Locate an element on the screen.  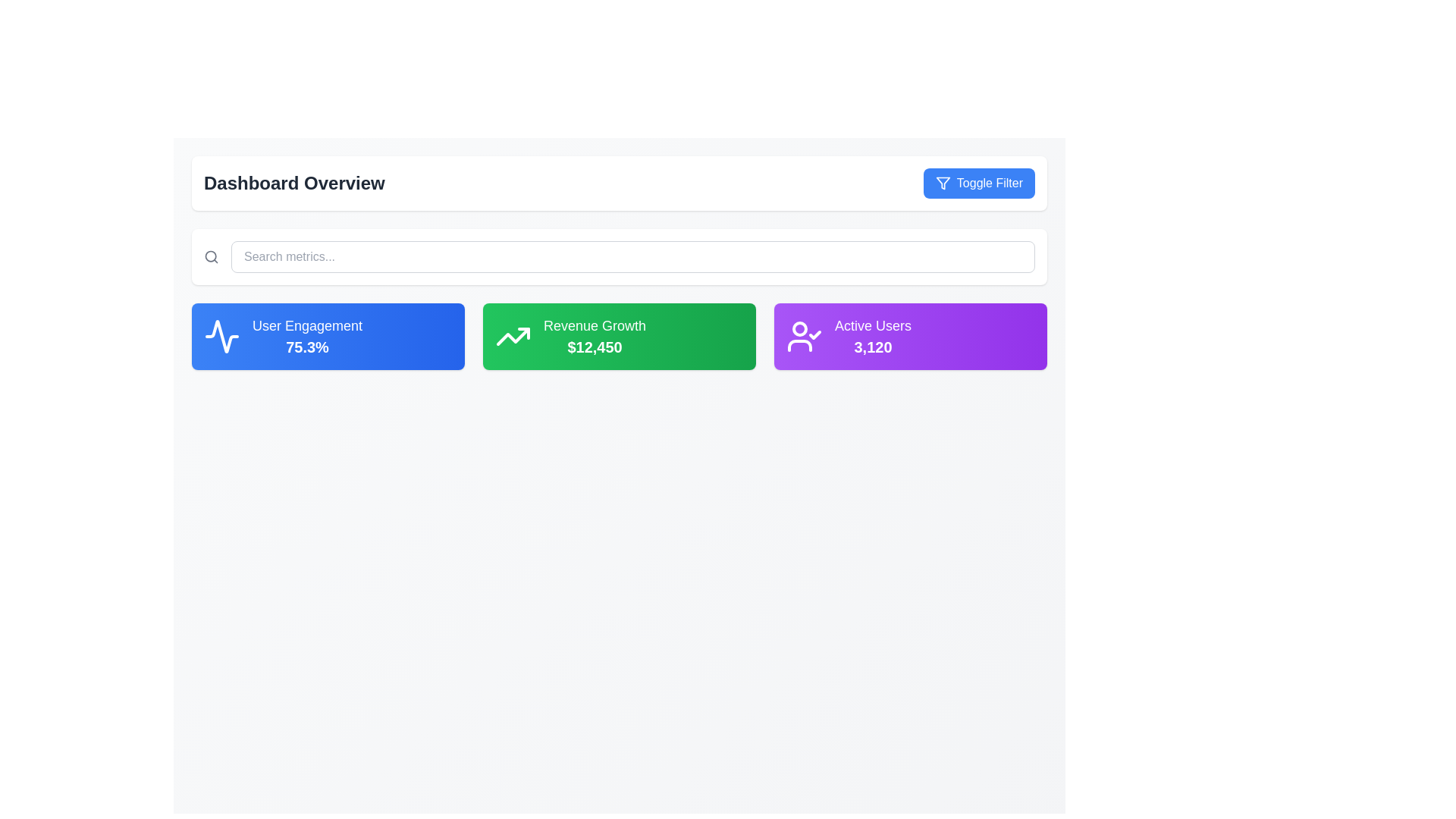
the 'Revenue Growth' text display with icon is located at coordinates (594, 335).